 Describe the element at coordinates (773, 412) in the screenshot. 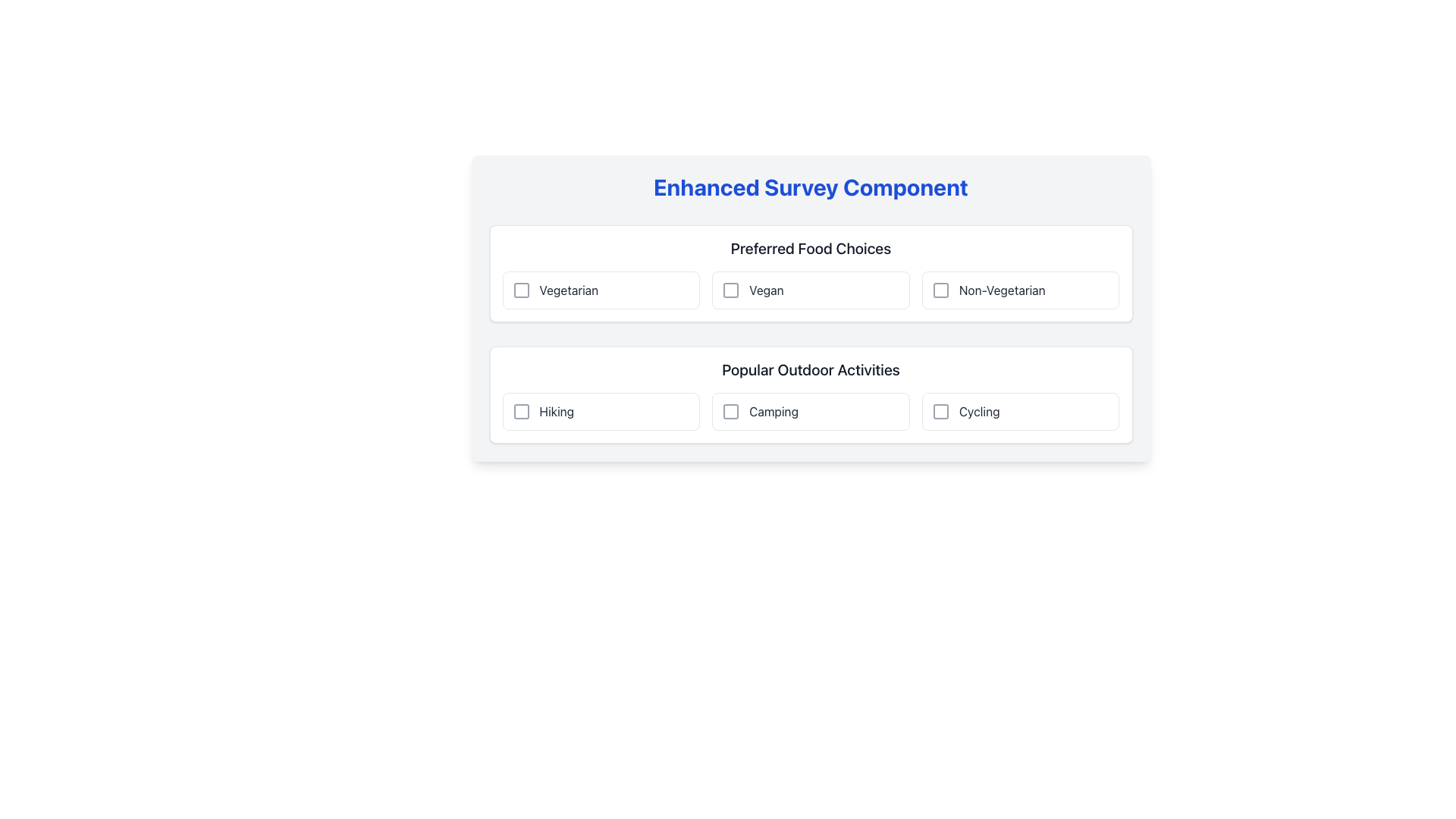

I see `the 'Camping' text label, which is located in the 'Popular Outdoor Activities' selection group` at that location.